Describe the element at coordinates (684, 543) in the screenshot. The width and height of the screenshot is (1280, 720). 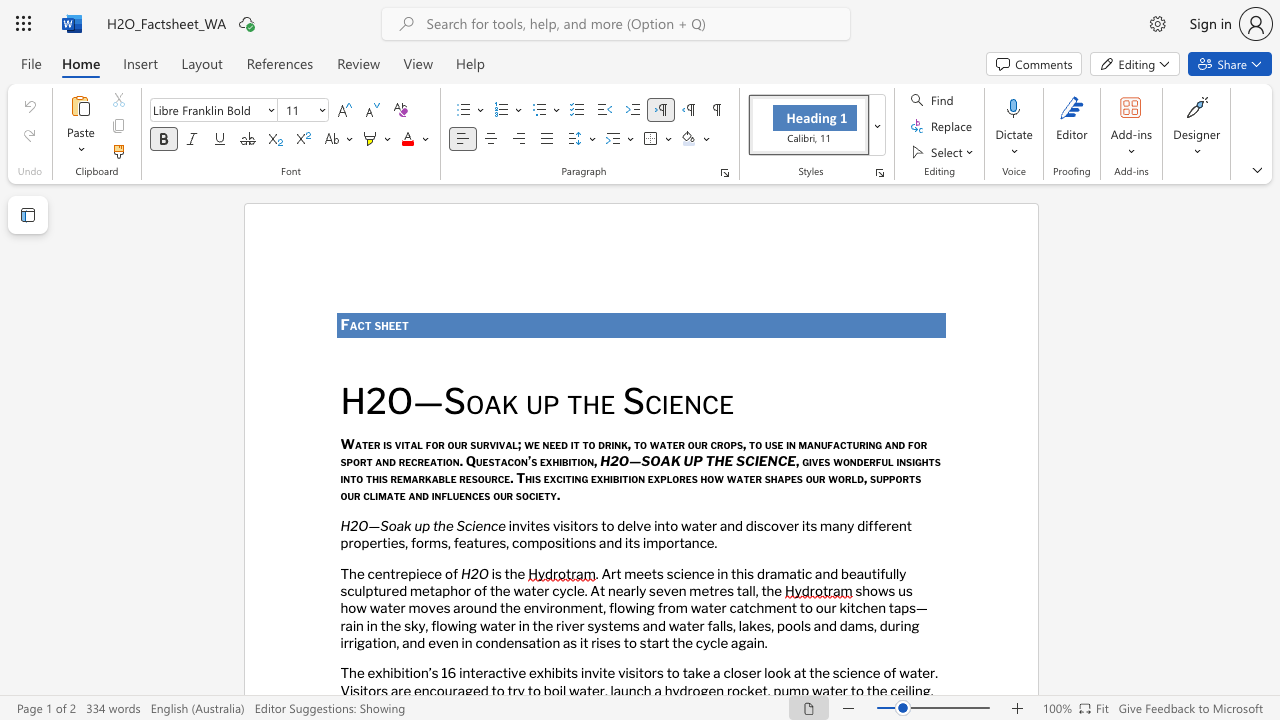
I see `the subset text "anc" within the text "and its importance."` at that location.